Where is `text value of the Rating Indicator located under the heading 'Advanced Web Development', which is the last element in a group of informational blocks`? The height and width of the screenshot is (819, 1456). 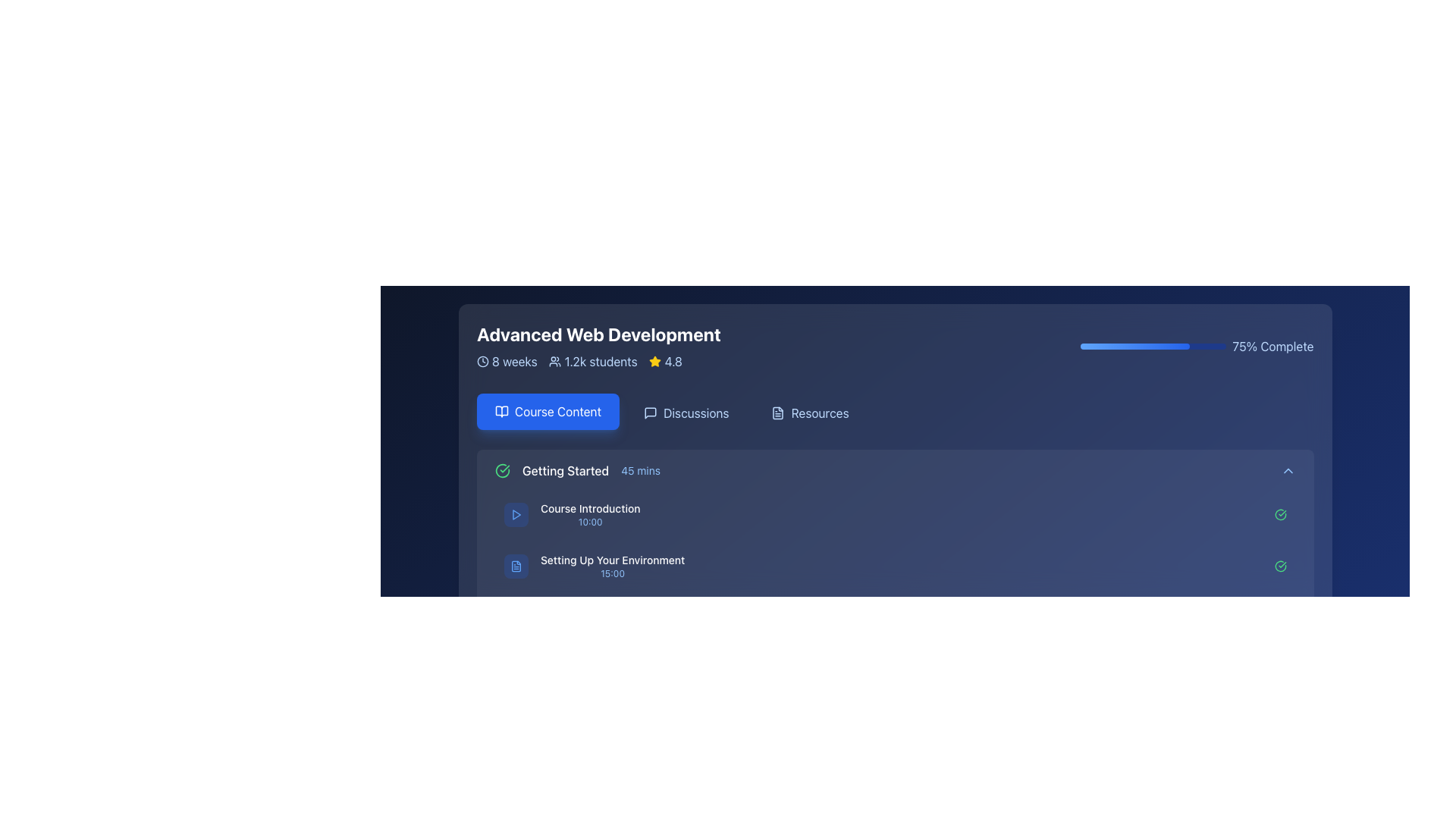
text value of the Rating Indicator located under the heading 'Advanced Web Development', which is the last element in a group of informational blocks is located at coordinates (665, 362).